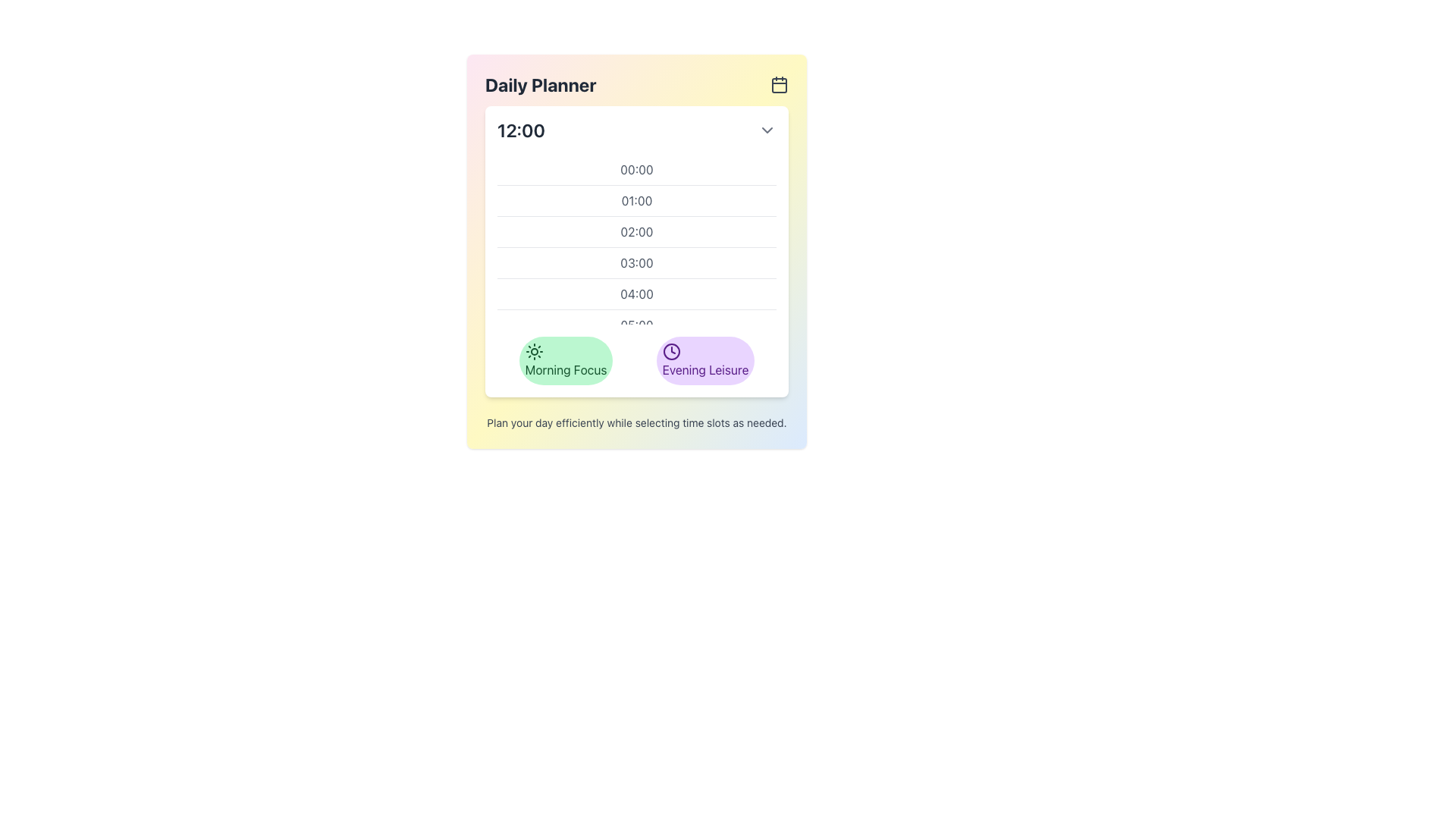  What do you see at coordinates (670, 351) in the screenshot?
I see `the SVG Circle element at the center of the clock icon in the purple-labeled 'Evening Leisure' section` at bounding box center [670, 351].